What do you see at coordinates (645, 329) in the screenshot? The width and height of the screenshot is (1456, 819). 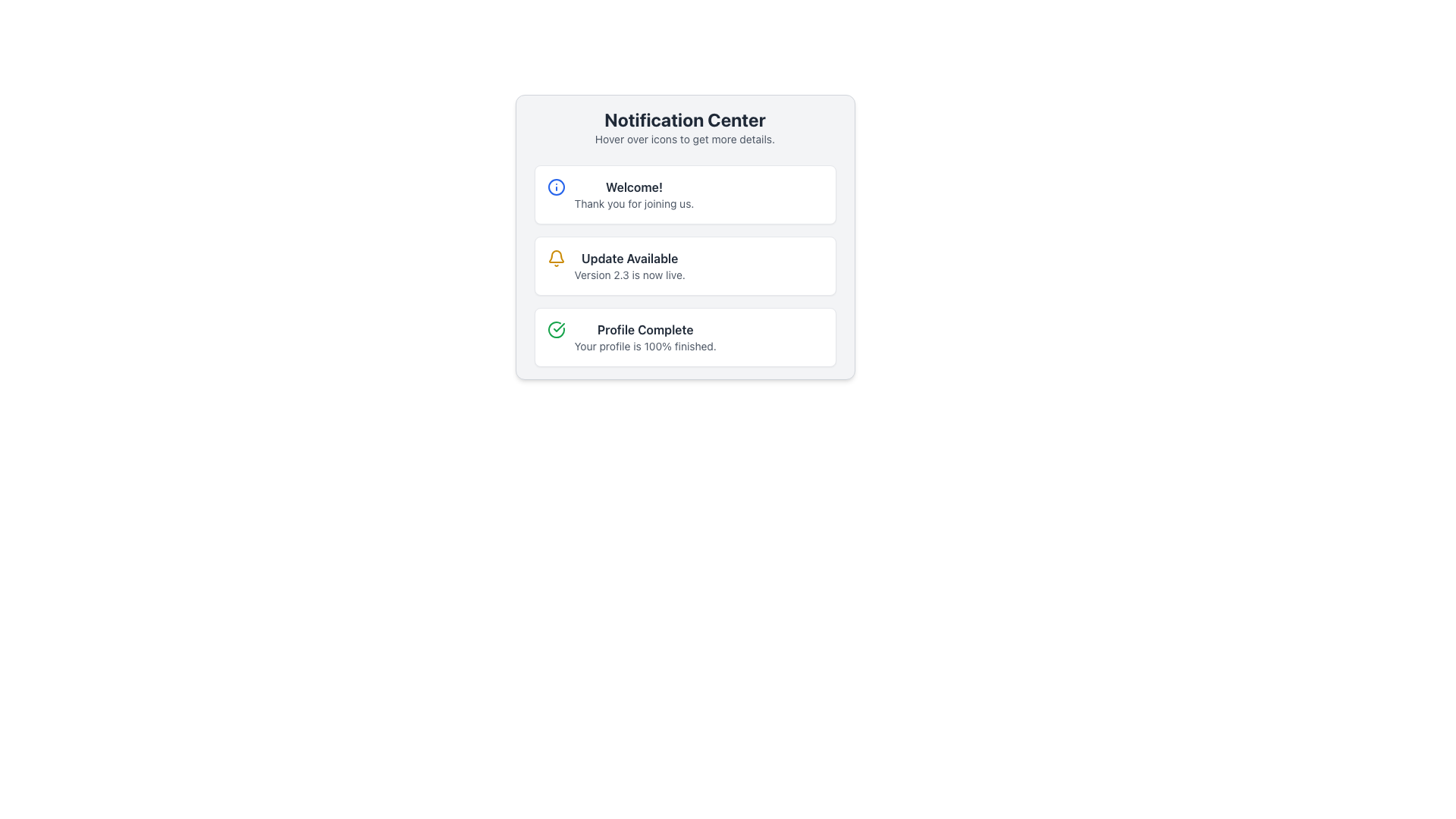 I see `the 'Profile Complete' text label, which is styled in bold, medium-sized dark gray font and located within the third notification entry of the Notification Center` at bounding box center [645, 329].